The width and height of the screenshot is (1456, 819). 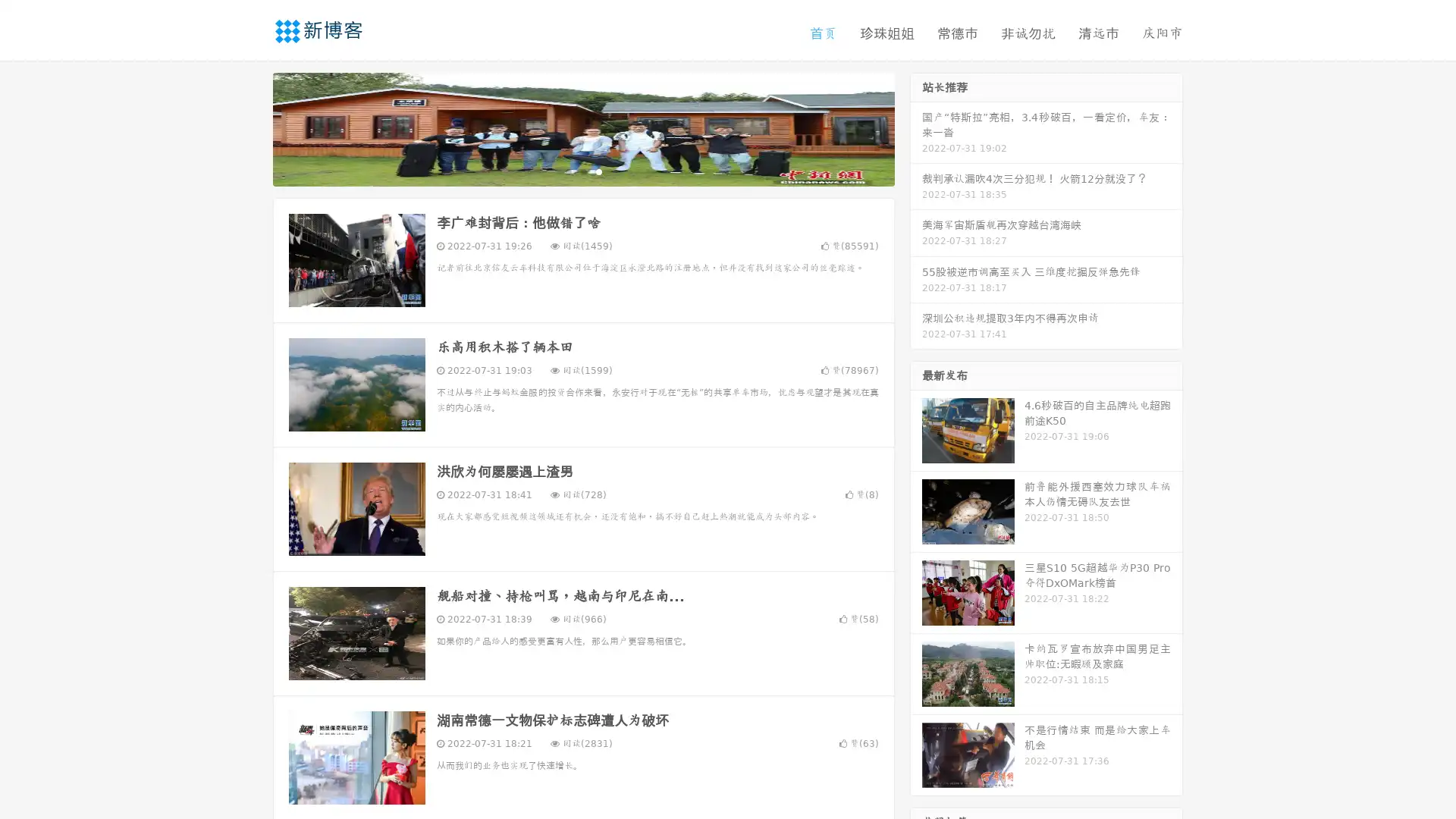 I want to click on Go to slide 1, so click(x=567, y=171).